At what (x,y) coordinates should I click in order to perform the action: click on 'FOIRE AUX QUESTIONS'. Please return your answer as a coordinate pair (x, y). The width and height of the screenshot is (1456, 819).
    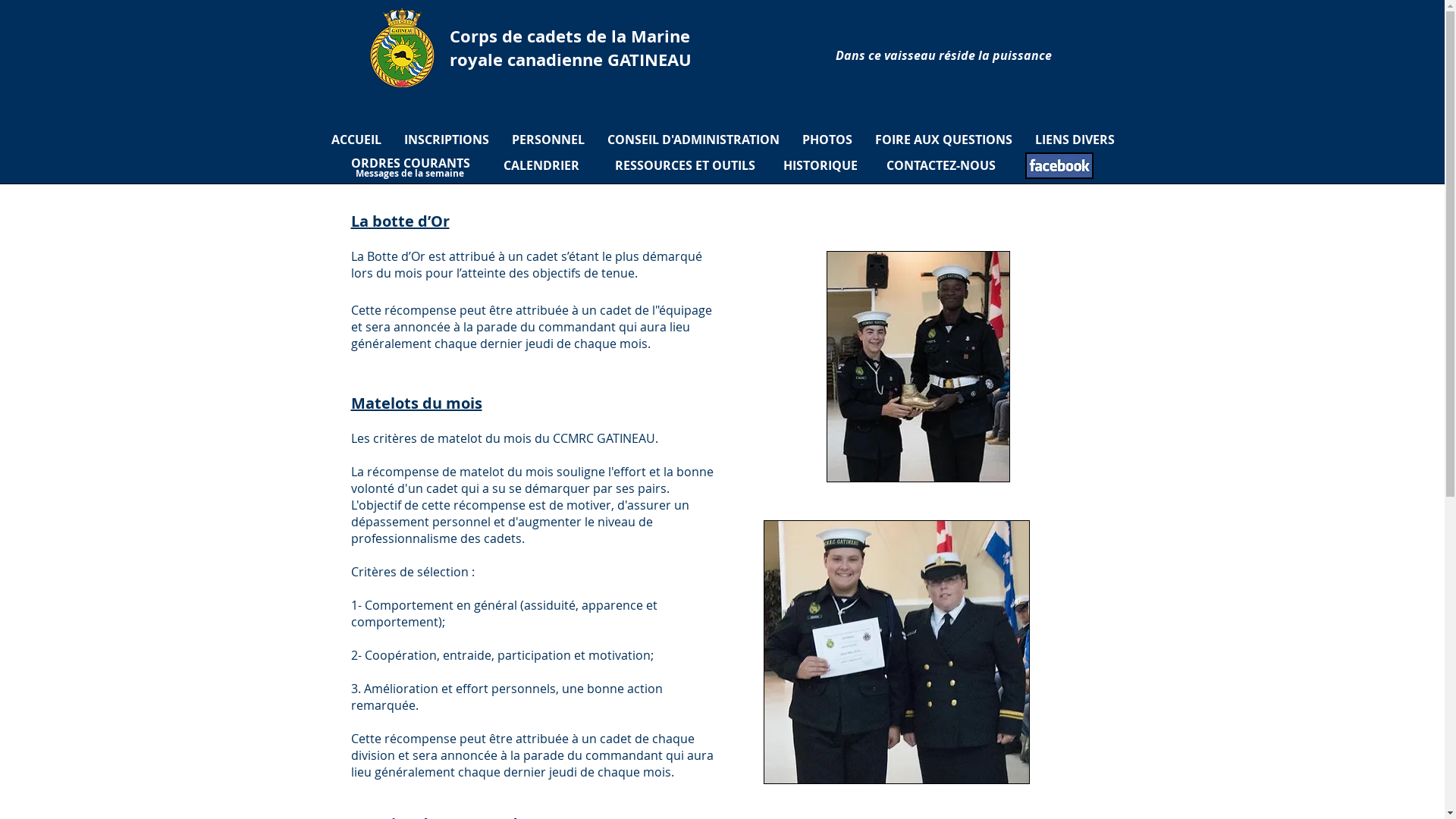
    Looking at the image, I should click on (942, 140).